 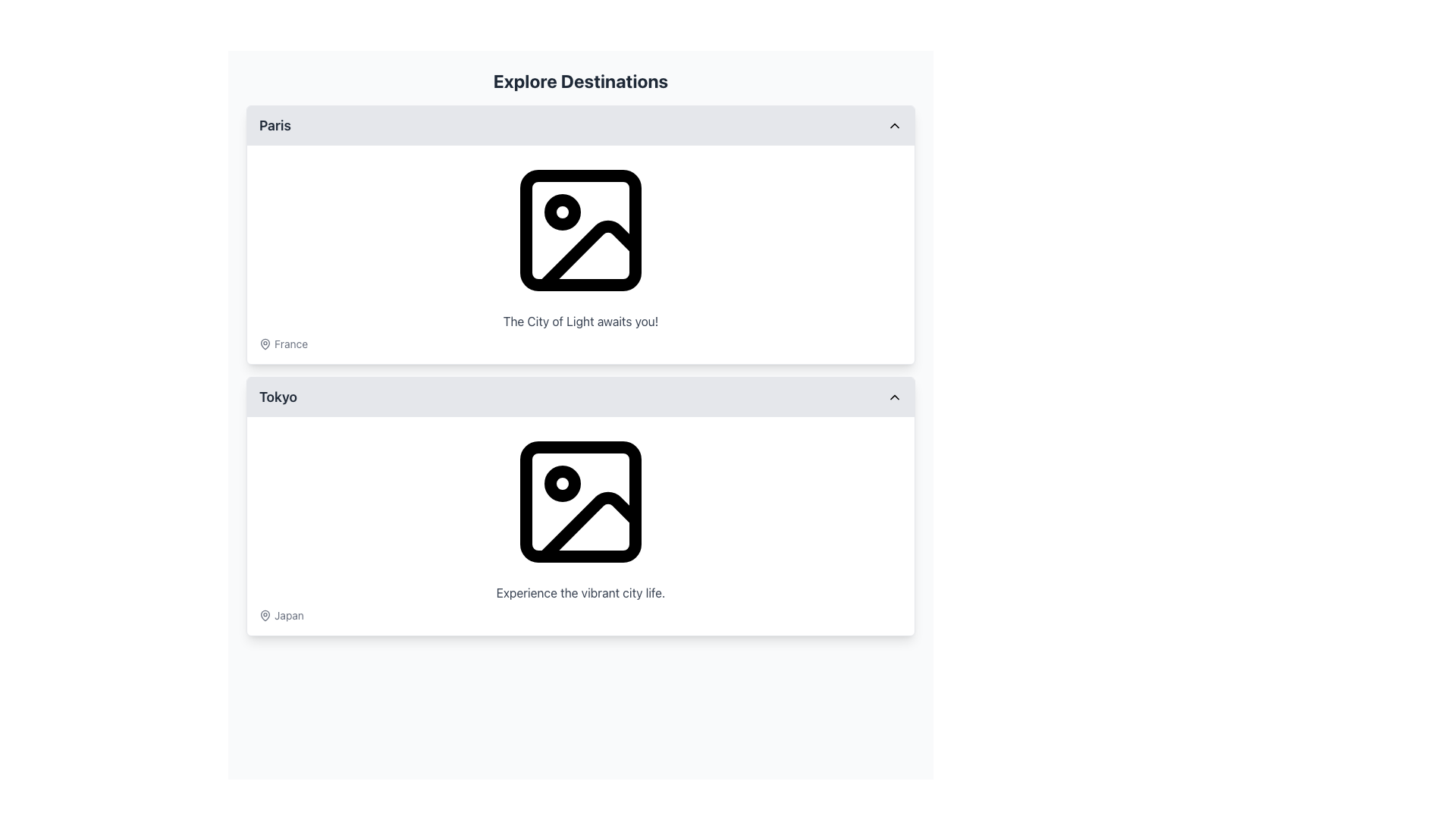 What do you see at coordinates (265, 616) in the screenshot?
I see `the map location pin icon representing Japan in the Tokyo section` at bounding box center [265, 616].